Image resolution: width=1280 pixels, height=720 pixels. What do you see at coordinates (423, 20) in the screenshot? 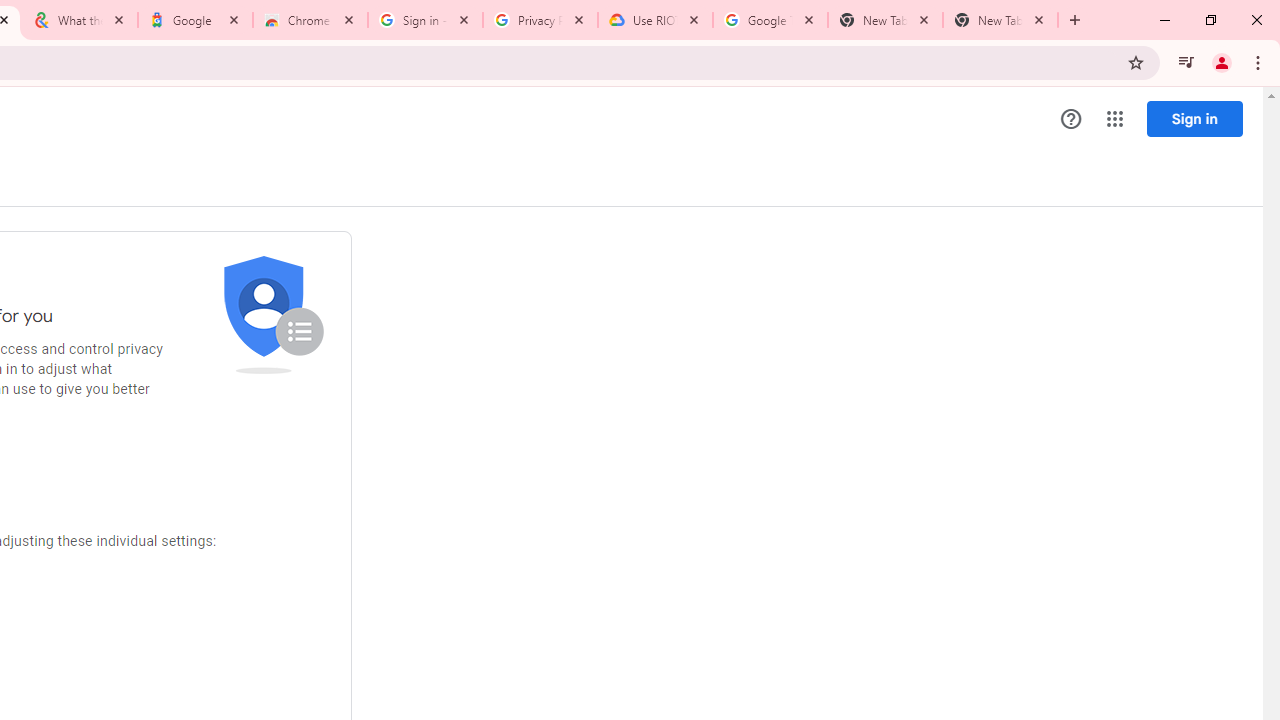
I see `'Sign in - Google Accounts'` at bounding box center [423, 20].